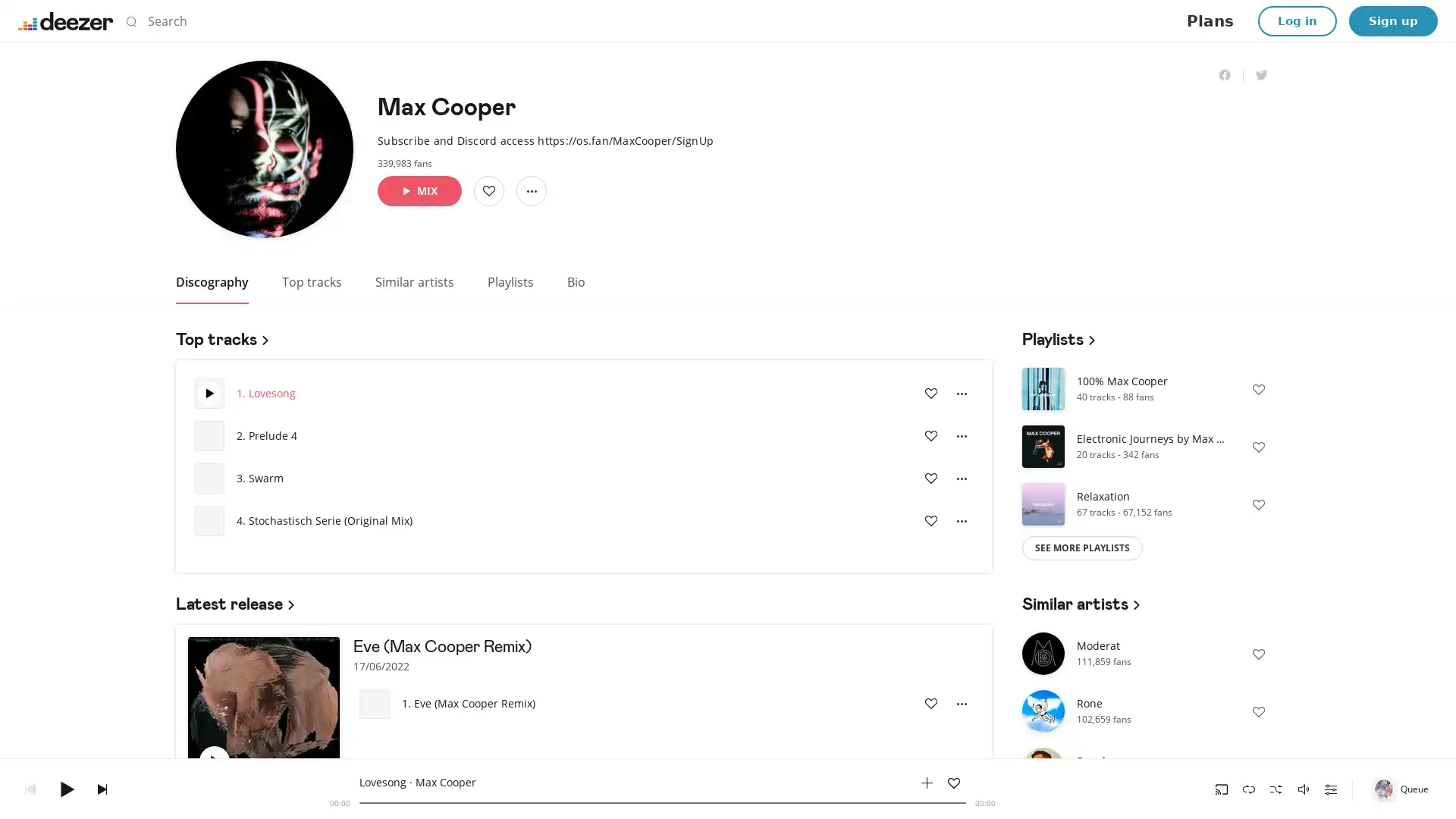  Describe the element at coordinates (1043, 444) in the screenshot. I see `Play` at that location.